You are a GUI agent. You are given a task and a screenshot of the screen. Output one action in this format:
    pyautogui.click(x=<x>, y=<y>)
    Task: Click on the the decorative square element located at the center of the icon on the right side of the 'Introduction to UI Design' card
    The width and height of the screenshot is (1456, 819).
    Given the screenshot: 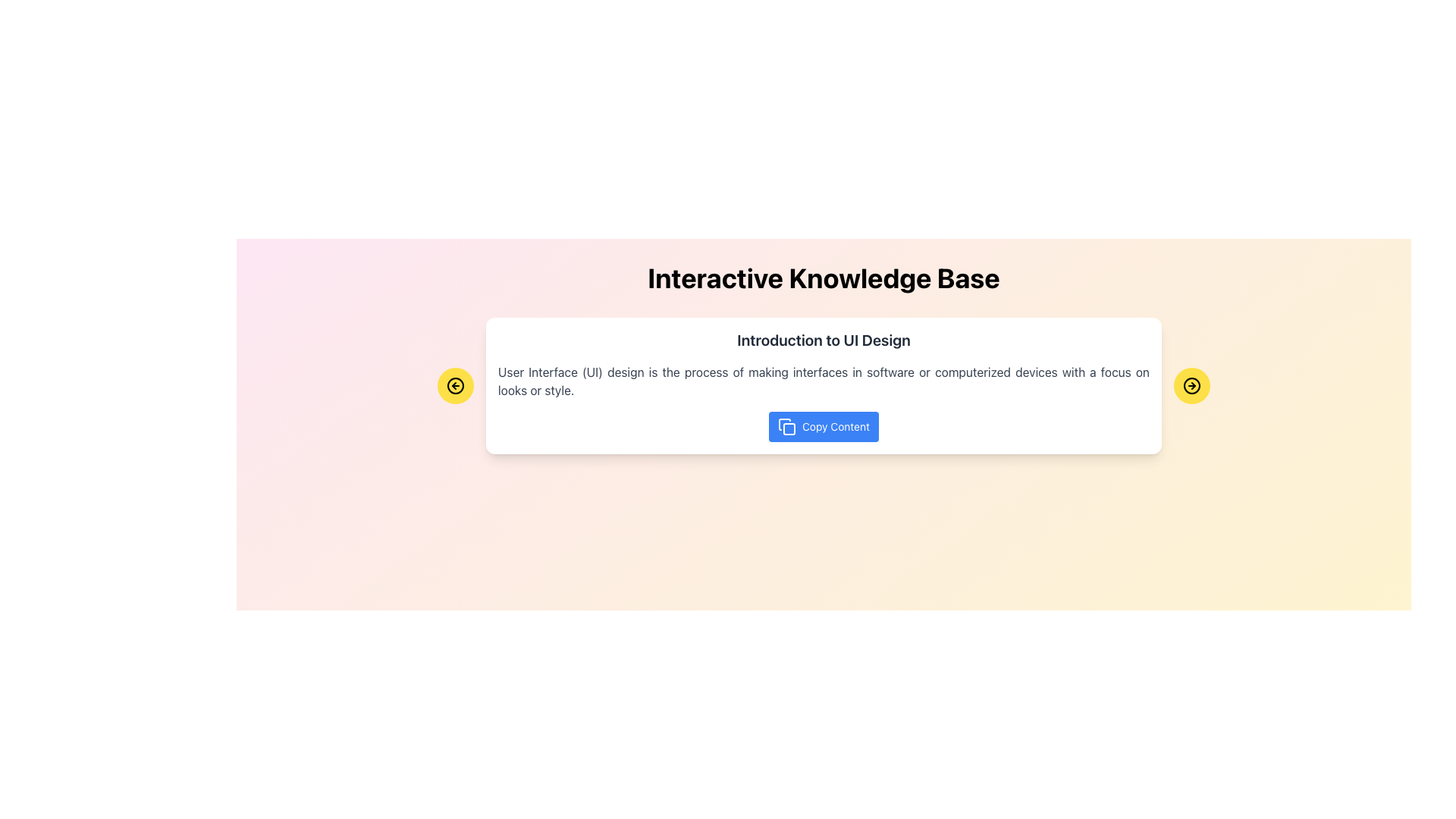 What is the action you would take?
    pyautogui.click(x=789, y=429)
    